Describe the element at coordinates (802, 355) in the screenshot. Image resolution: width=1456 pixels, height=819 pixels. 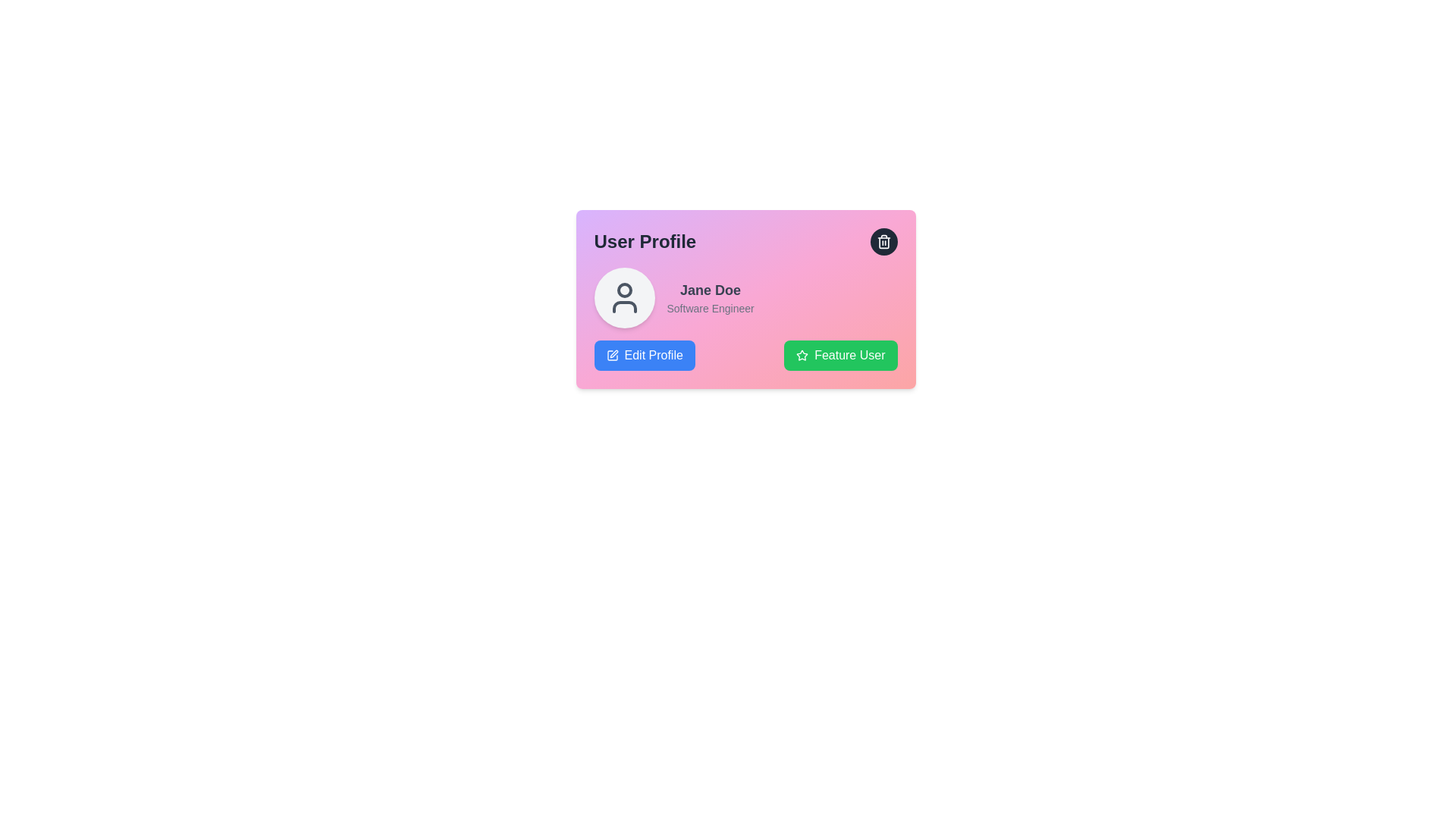
I see `the vivid green star-shaped icon located on the user profile card in the top right corner` at that location.